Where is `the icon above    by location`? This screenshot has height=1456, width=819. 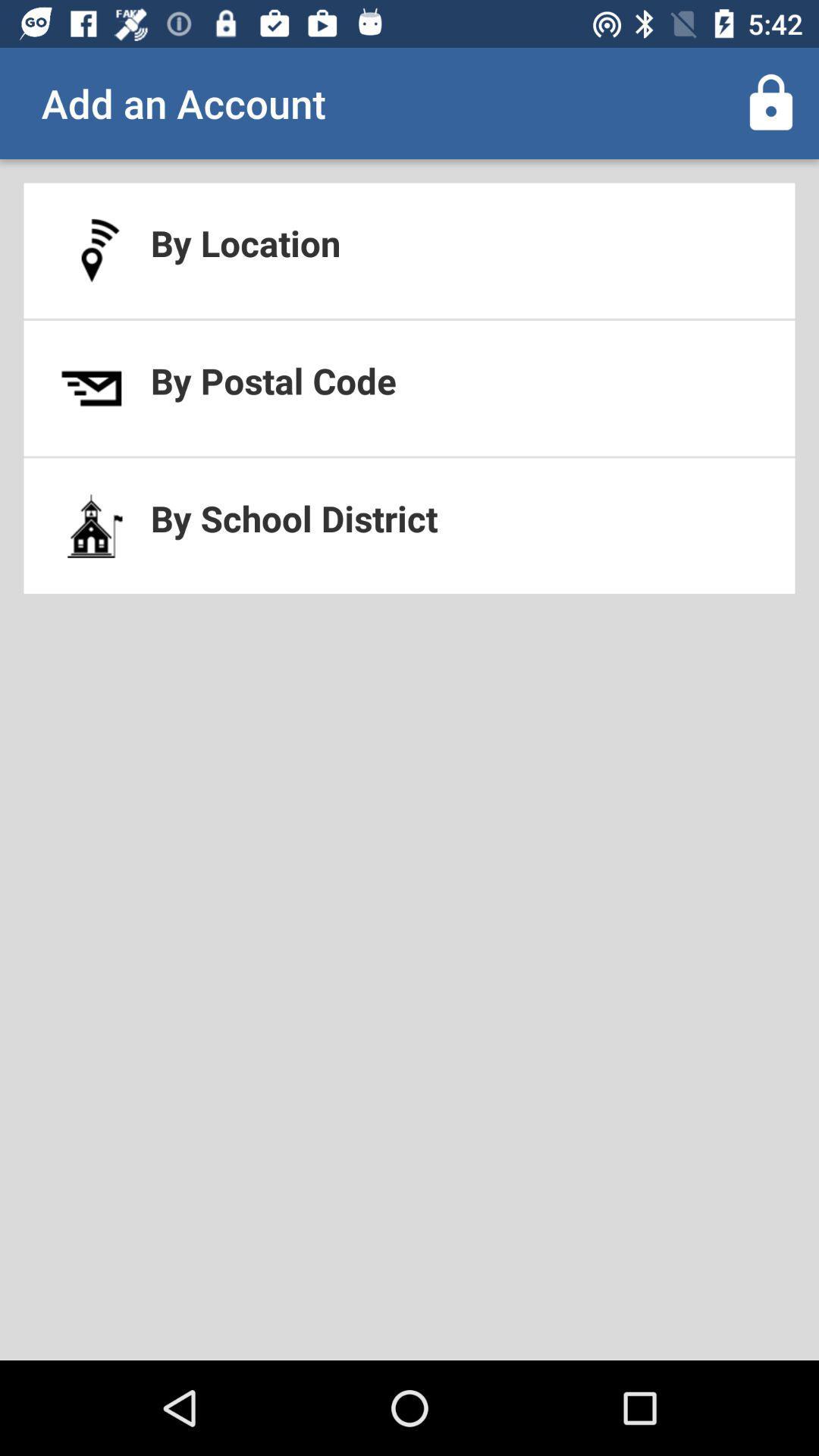
the icon above    by location is located at coordinates (771, 102).